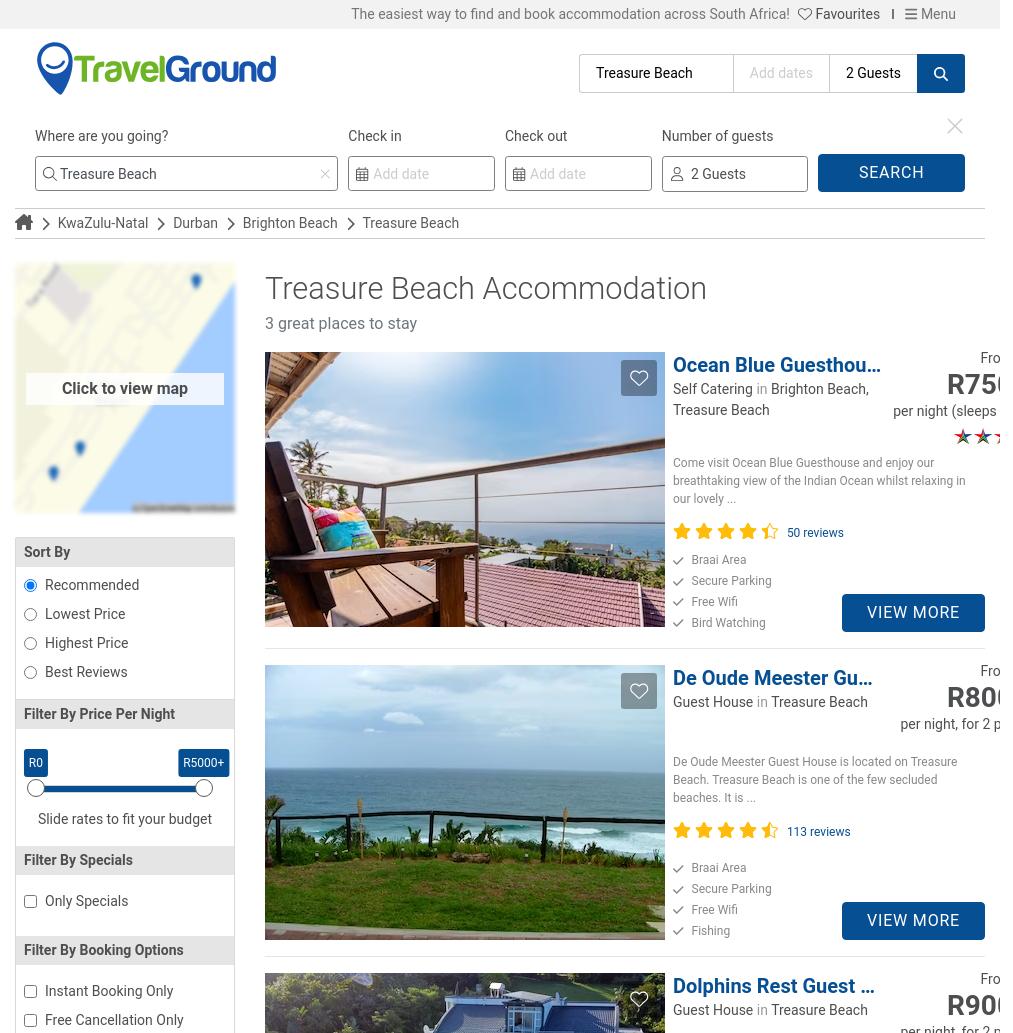 This screenshot has height=1033, width=1013. What do you see at coordinates (820, 389) in the screenshot?
I see `'Brighton Beach,'` at bounding box center [820, 389].